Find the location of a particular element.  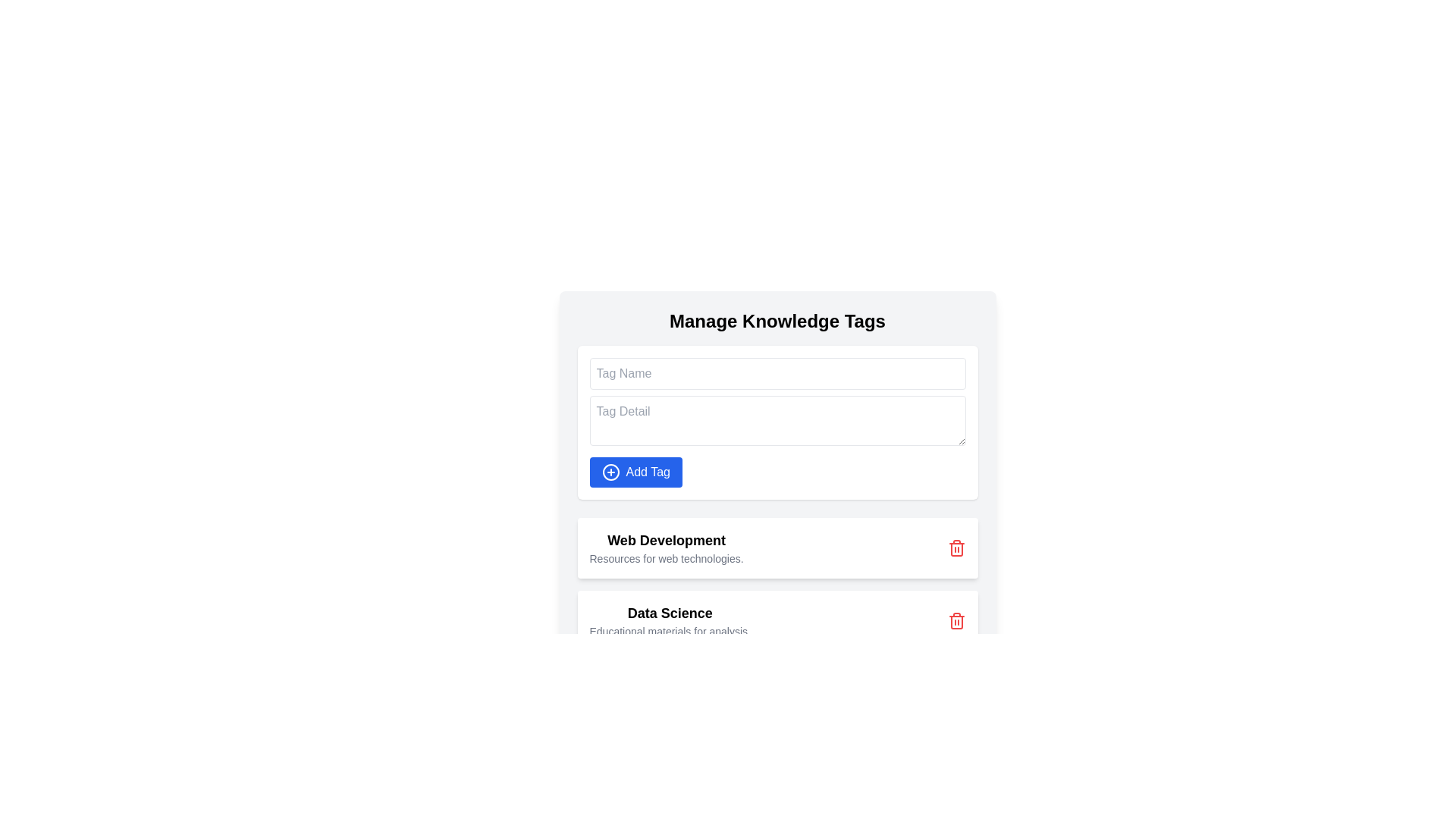

the red trash can icon button located adjacent to the 'Web Development' text is located at coordinates (955, 548).